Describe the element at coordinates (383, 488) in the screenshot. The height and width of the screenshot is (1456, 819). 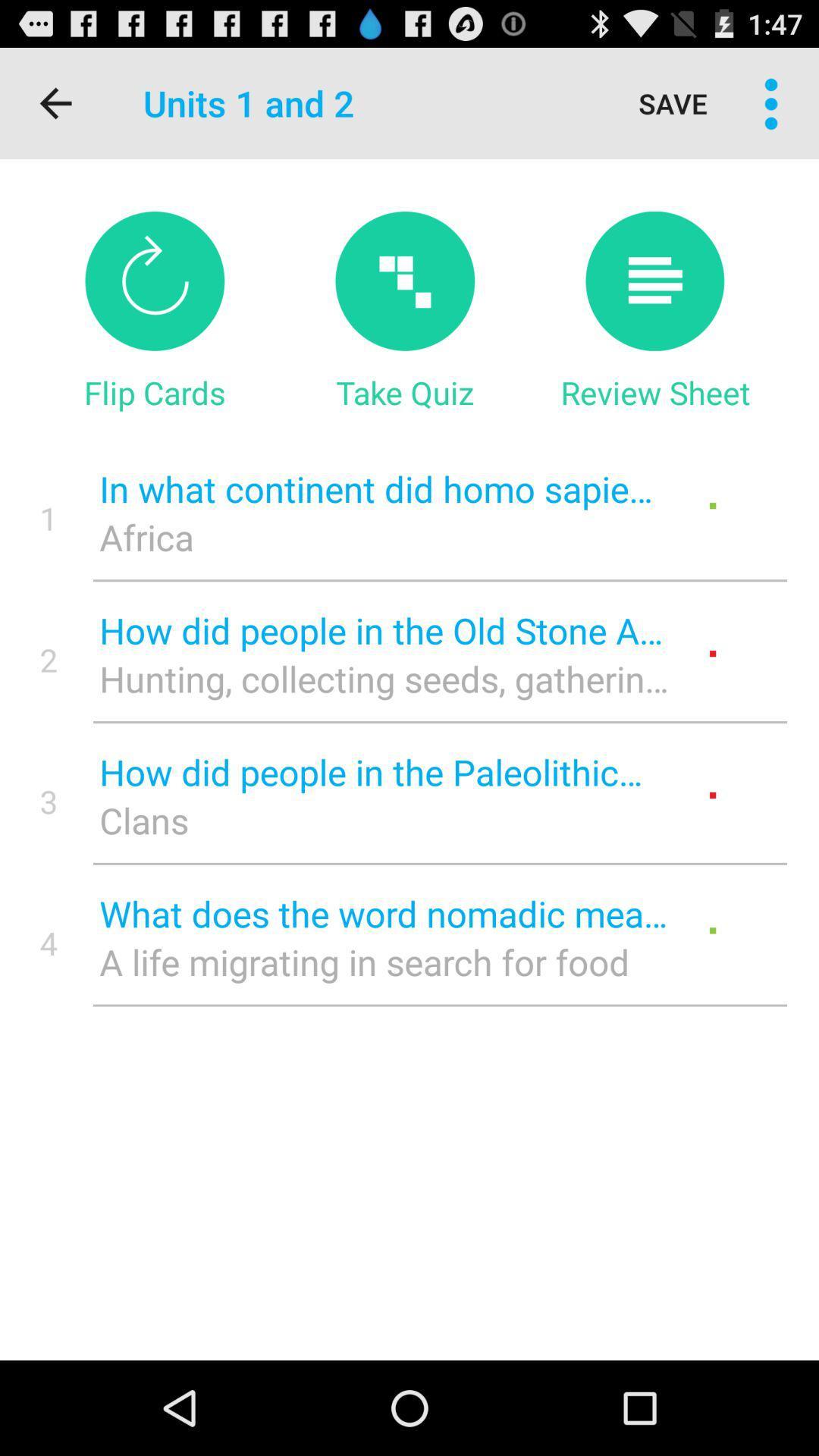
I see `the in what continent item` at that location.